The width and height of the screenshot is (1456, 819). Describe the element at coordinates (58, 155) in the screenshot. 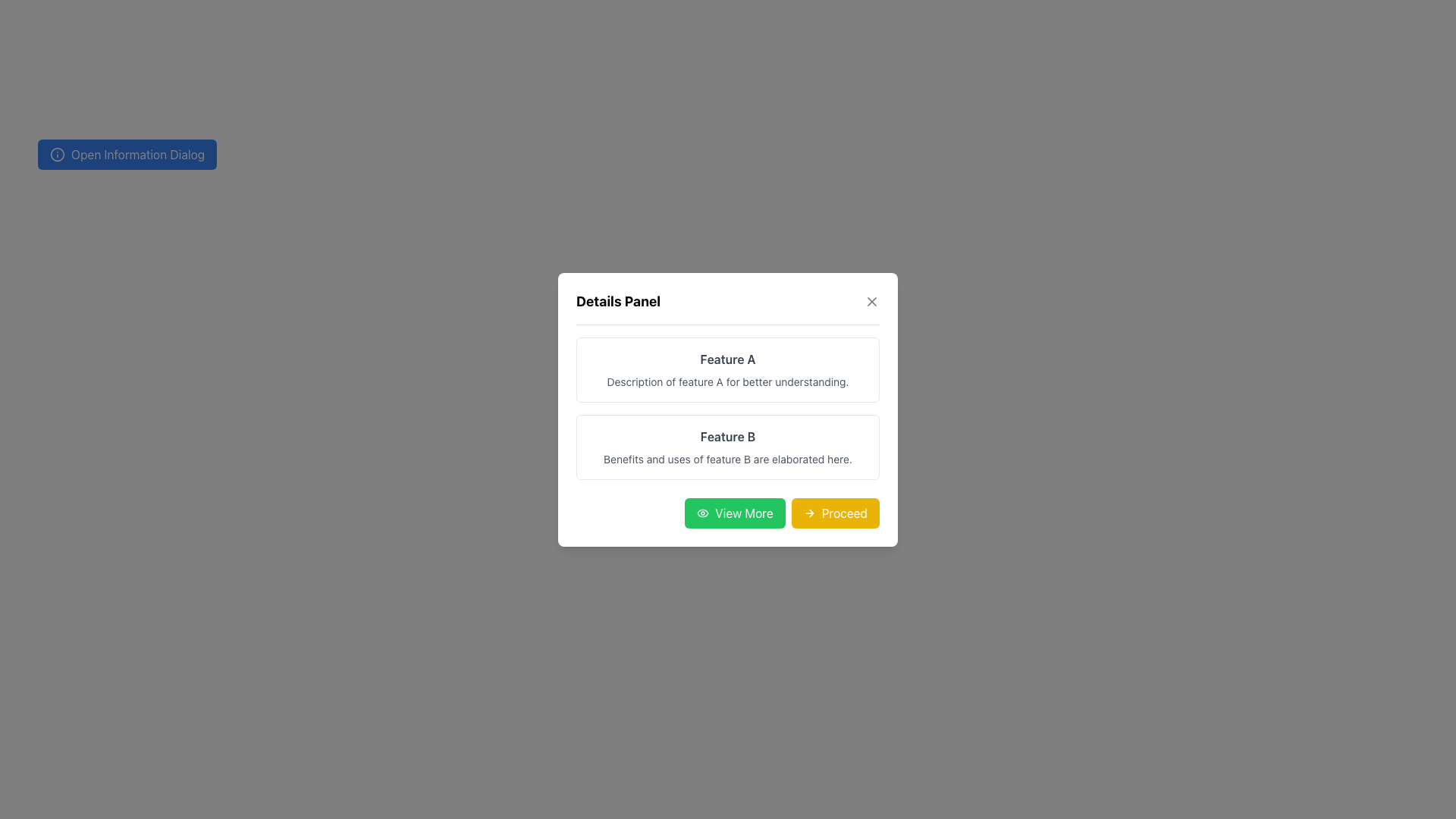

I see `the circular information icon located on the left side of the 'Open Information Dialog' button, which features a monochromatic design with a vertical line and dot within a circle` at that location.